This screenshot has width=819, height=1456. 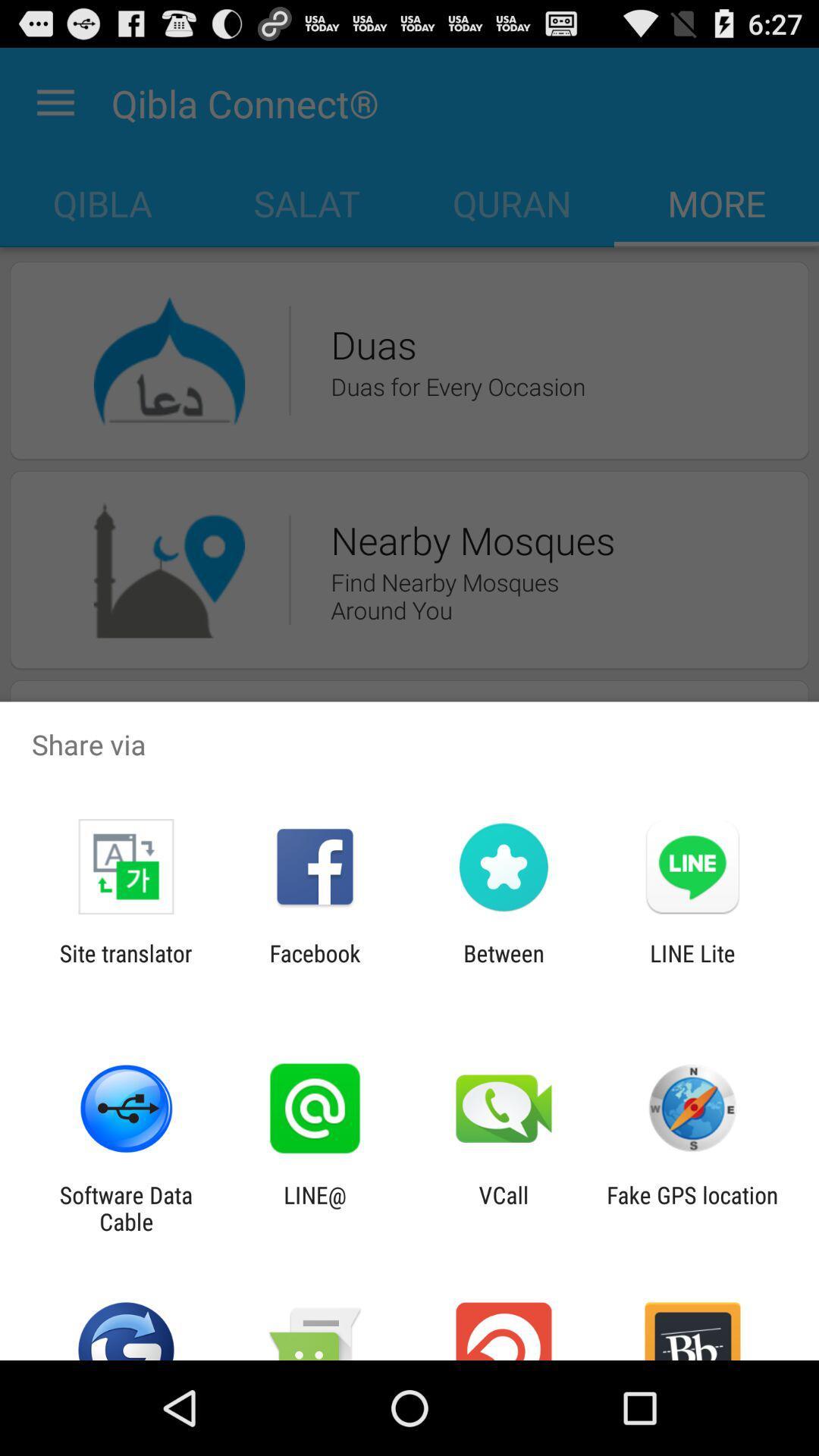 I want to click on icon next to the facebook item, so click(x=125, y=966).